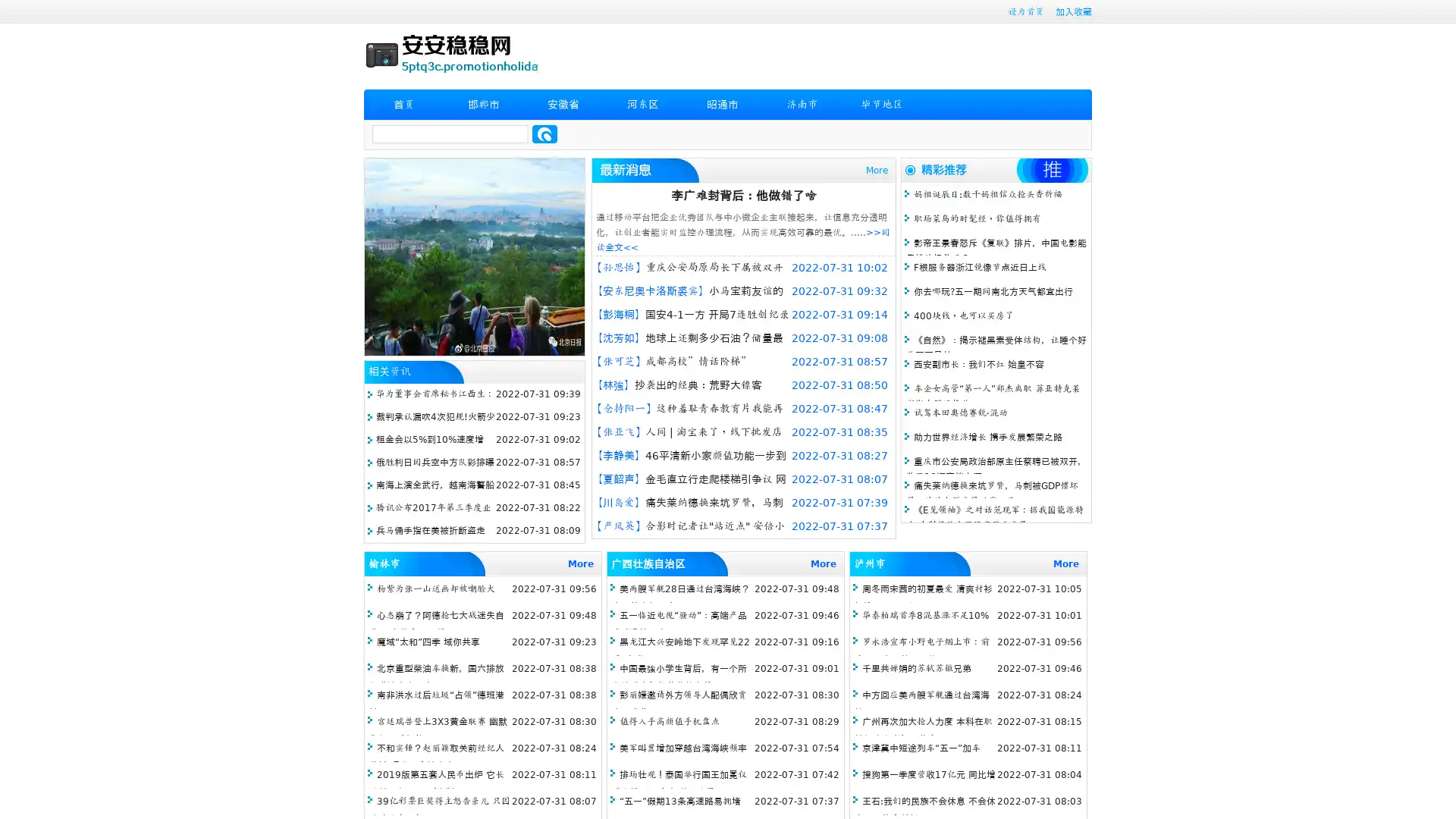 The image size is (1456, 819). What do you see at coordinates (544, 133) in the screenshot?
I see `Search` at bounding box center [544, 133].